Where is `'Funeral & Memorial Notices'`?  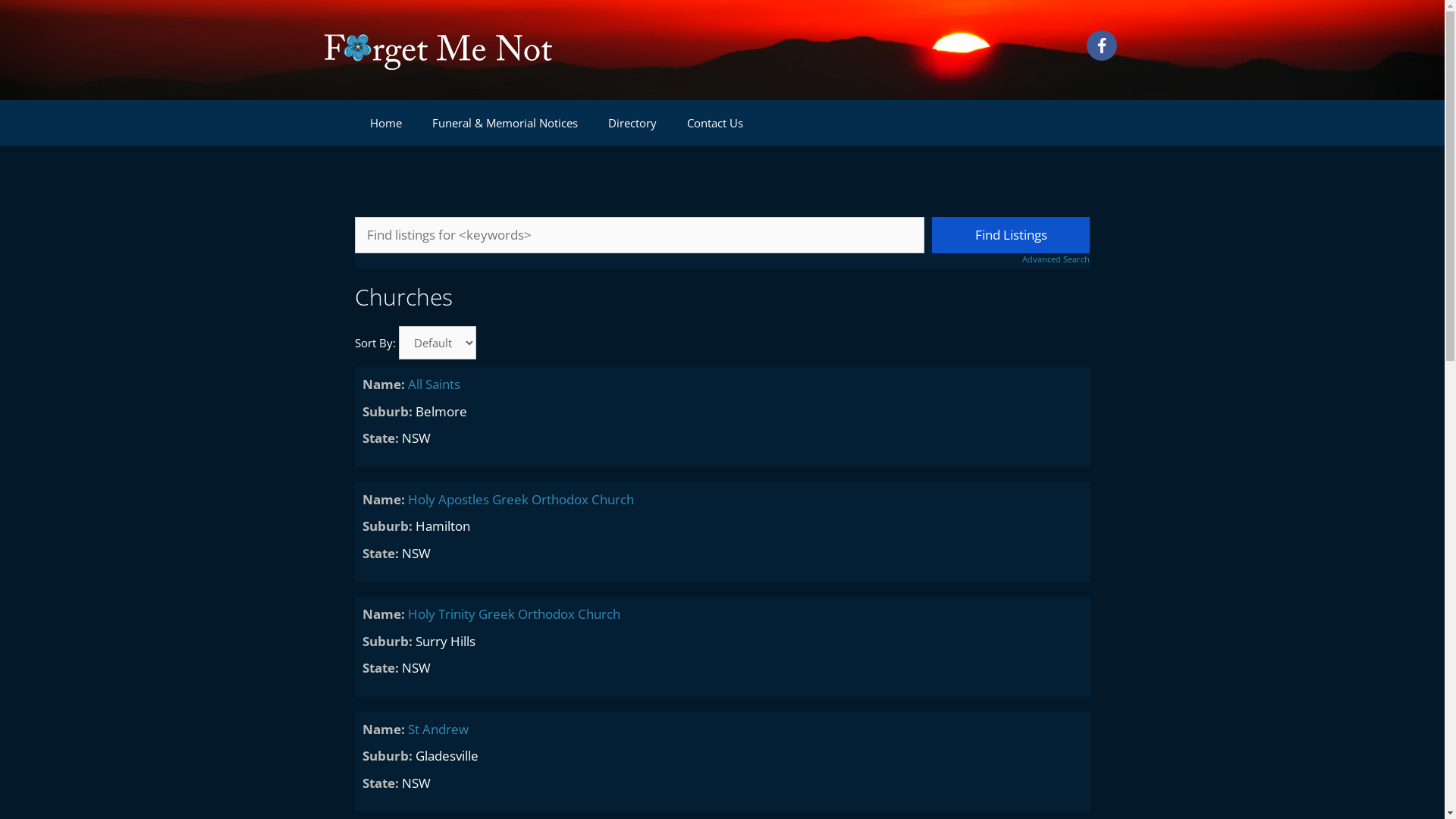 'Funeral & Memorial Notices' is located at coordinates (417, 122).